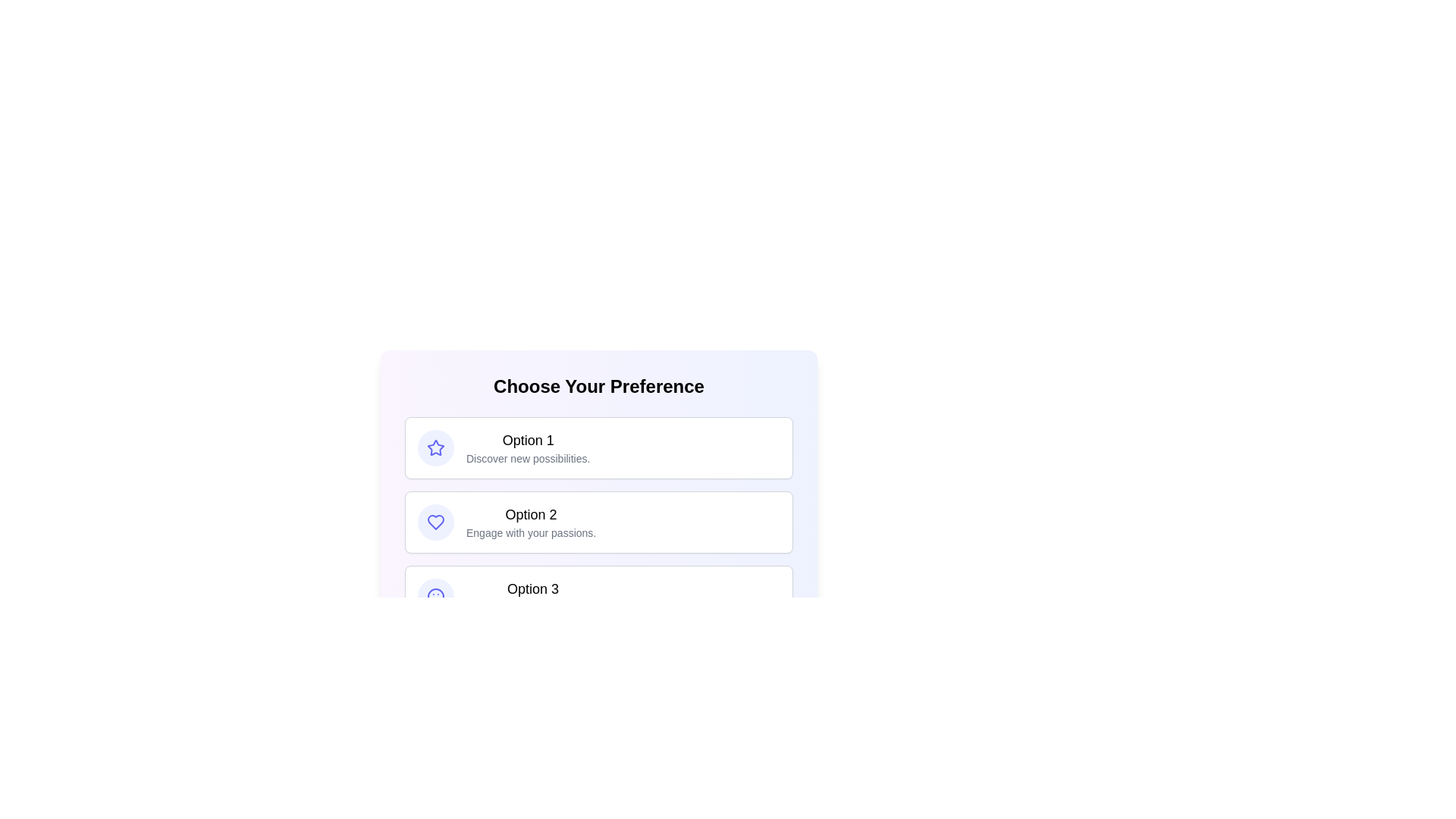 The image size is (1456, 819). Describe the element at coordinates (531, 522) in the screenshot. I see `the text block titled 'Option 2'` at that location.